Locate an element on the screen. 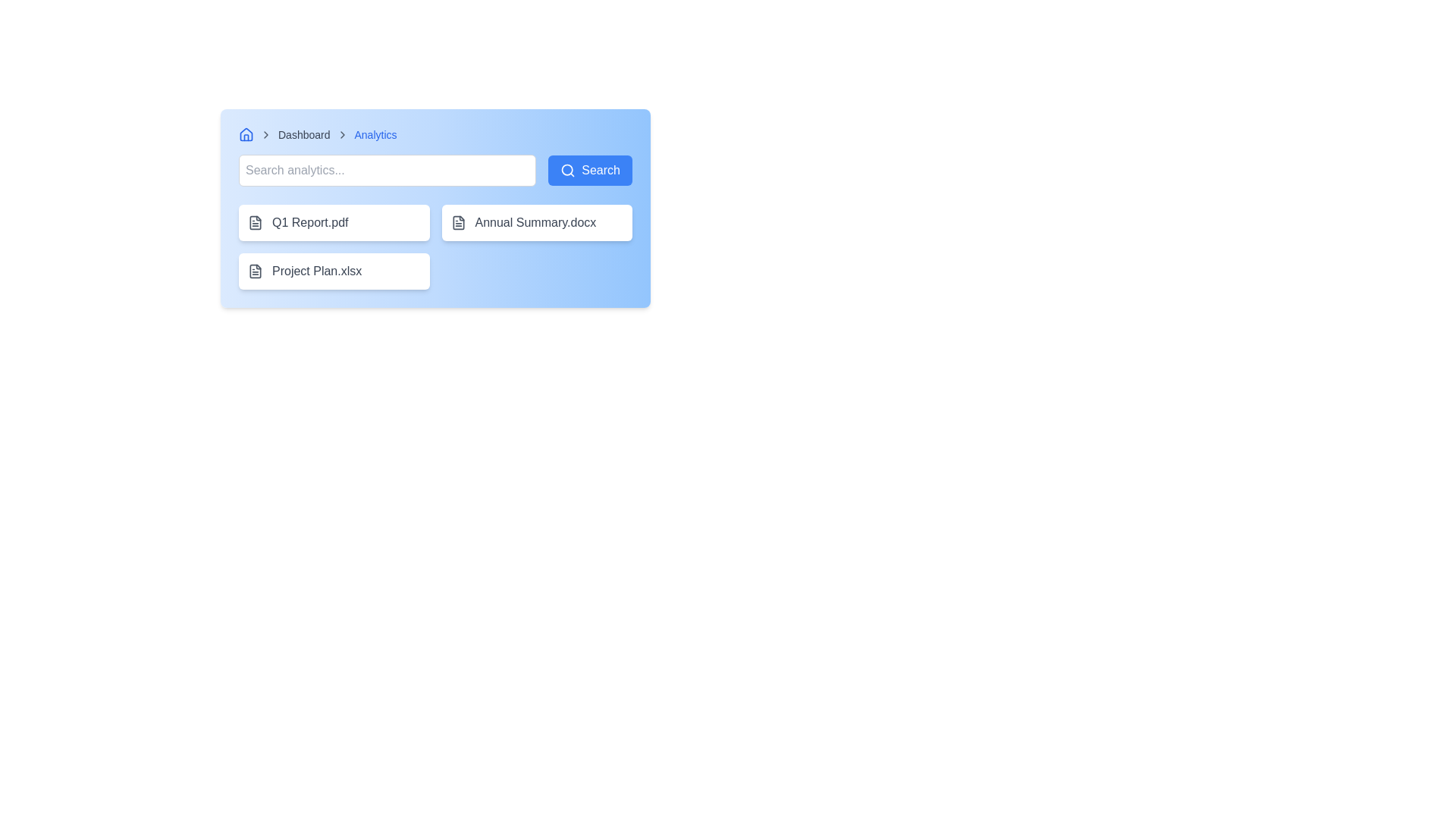  the right-pointing gray chevron icon located between 'Dashboard' and 'Analytics' in the breadcrumb navigation bar is located at coordinates (341, 133).